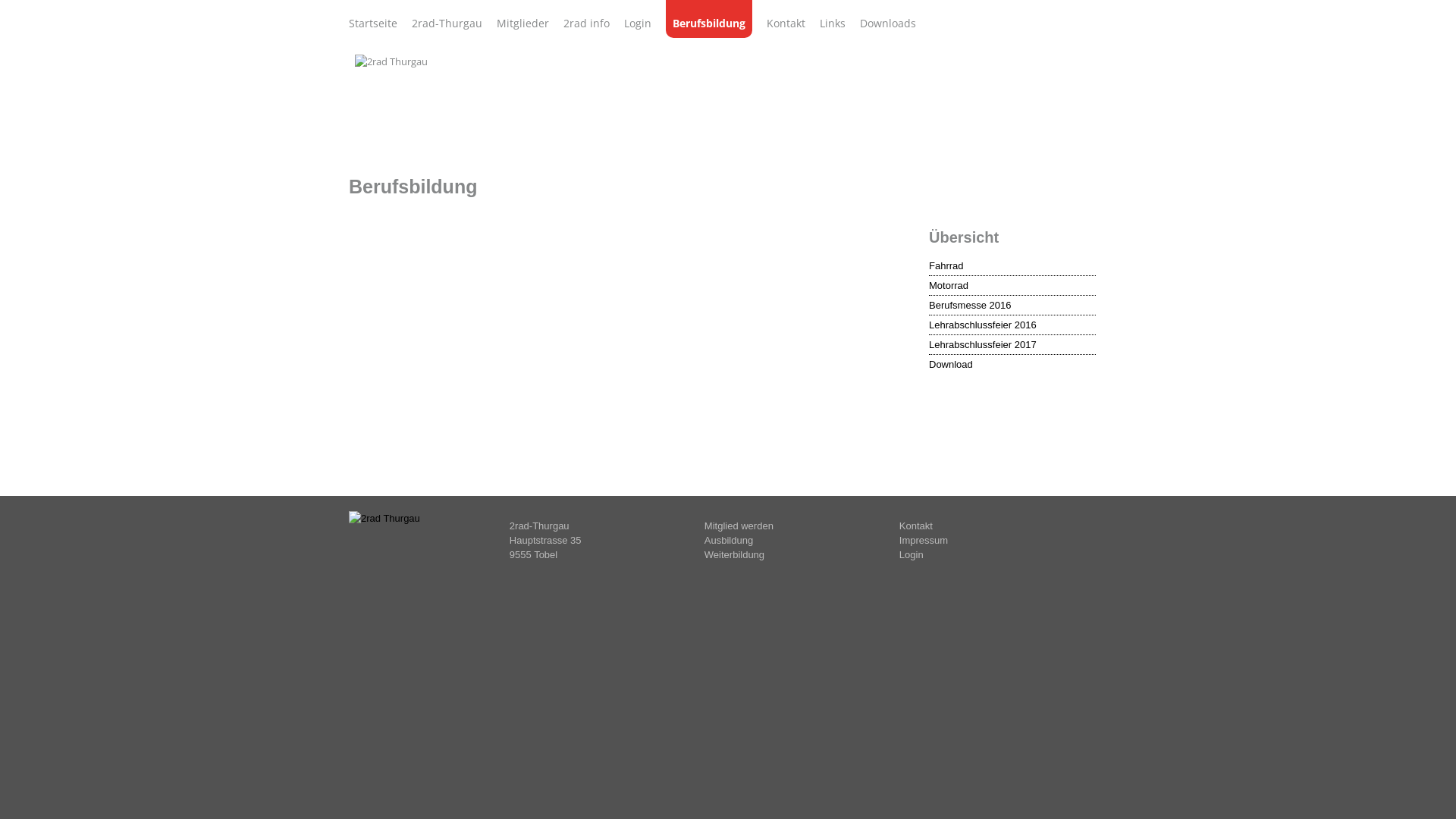 The image size is (1456, 819). I want to click on 'Motorrad', so click(1012, 287).